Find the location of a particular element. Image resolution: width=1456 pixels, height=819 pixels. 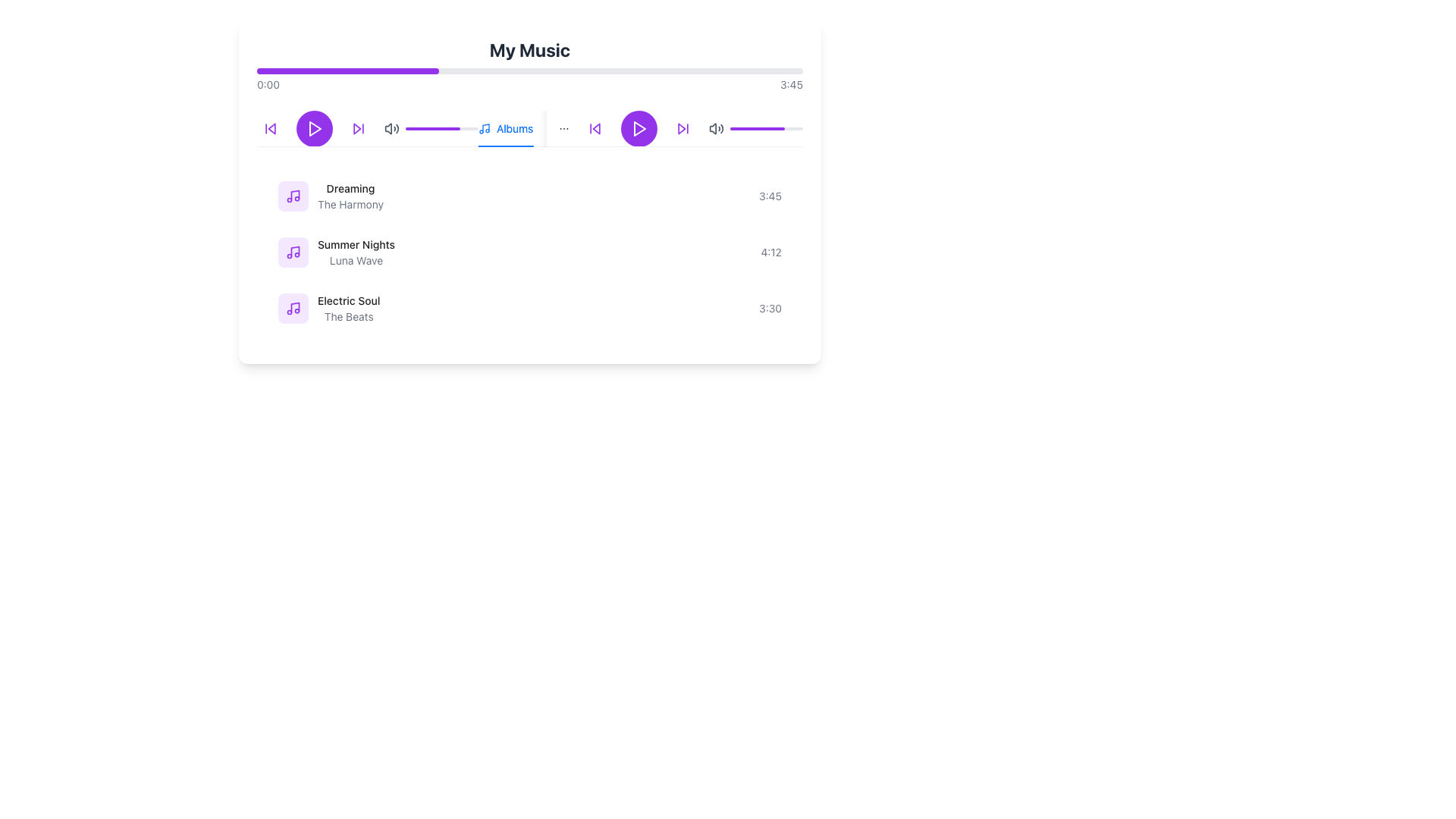

volume is located at coordinates (800, 127).